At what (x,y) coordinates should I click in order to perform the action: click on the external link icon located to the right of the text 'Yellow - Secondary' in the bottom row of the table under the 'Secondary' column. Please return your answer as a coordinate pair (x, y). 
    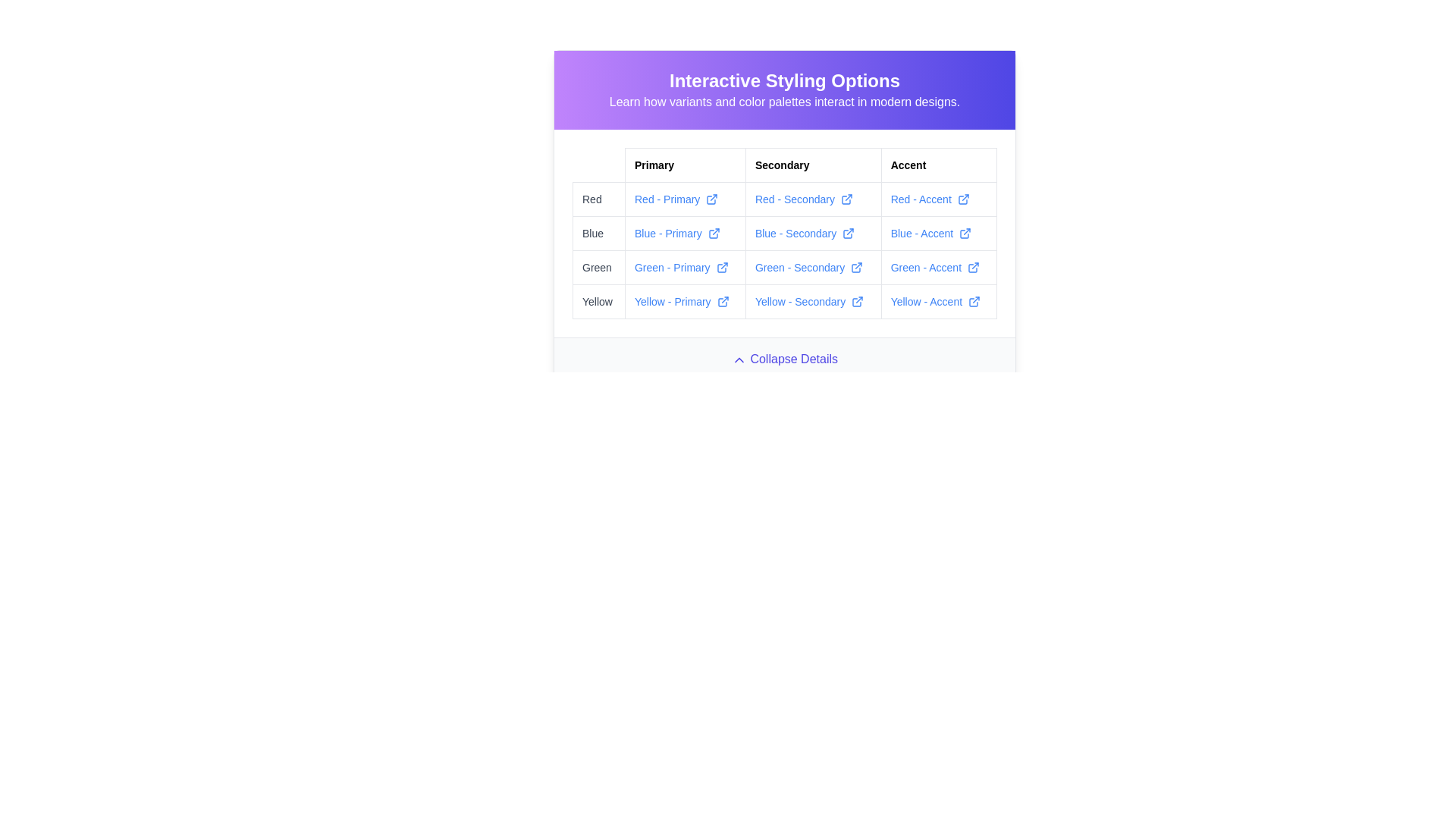
    Looking at the image, I should click on (858, 301).